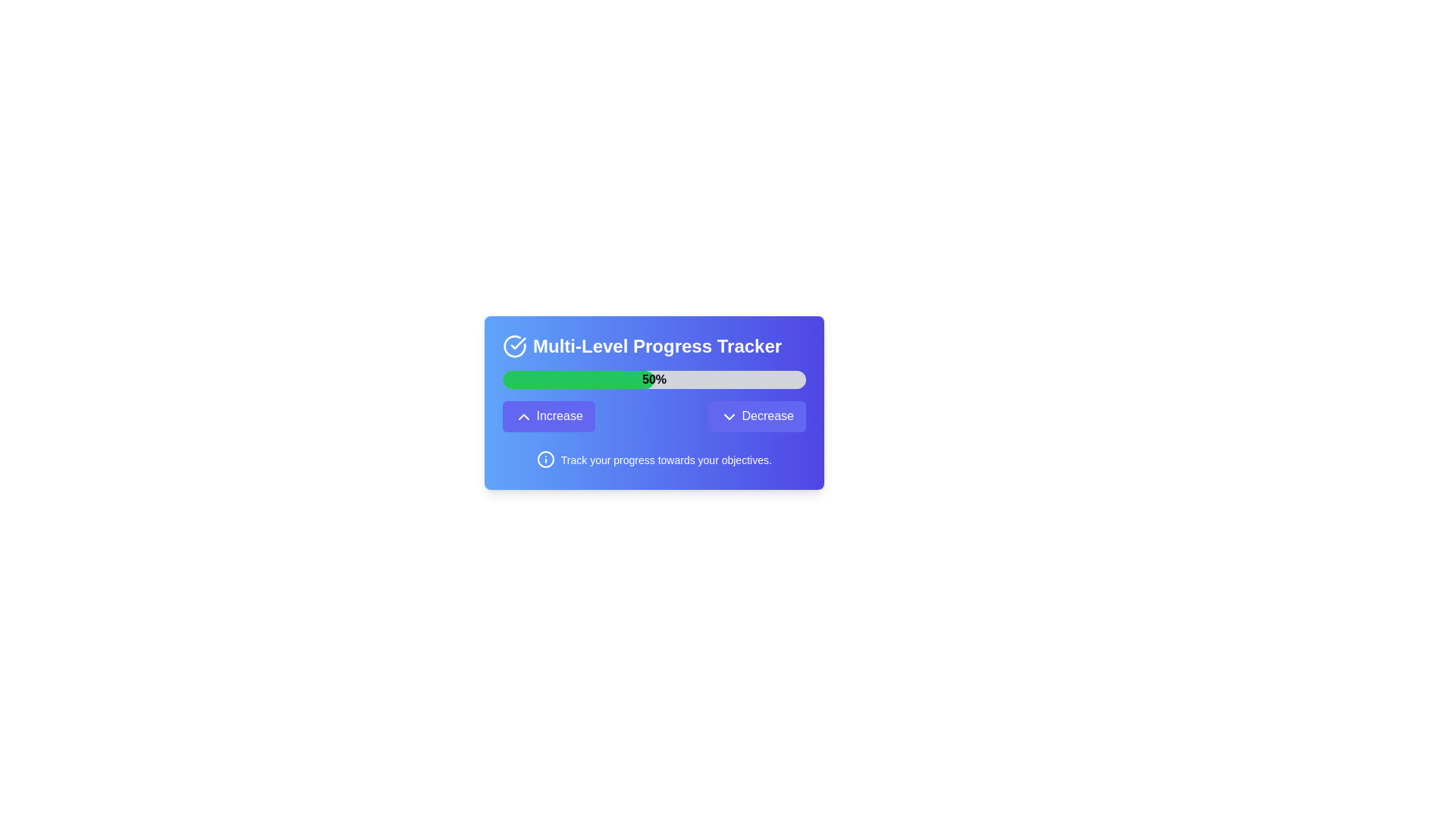 Image resolution: width=1456 pixels, height=819 pixels. Describe the element at coordinates (546, 458) in the screenshot. I see `the circular icon located to the left of the text 'Track your progress towards your objectives.' which is situated below the 'Increase' and 'Decrease' buttons` at that location.